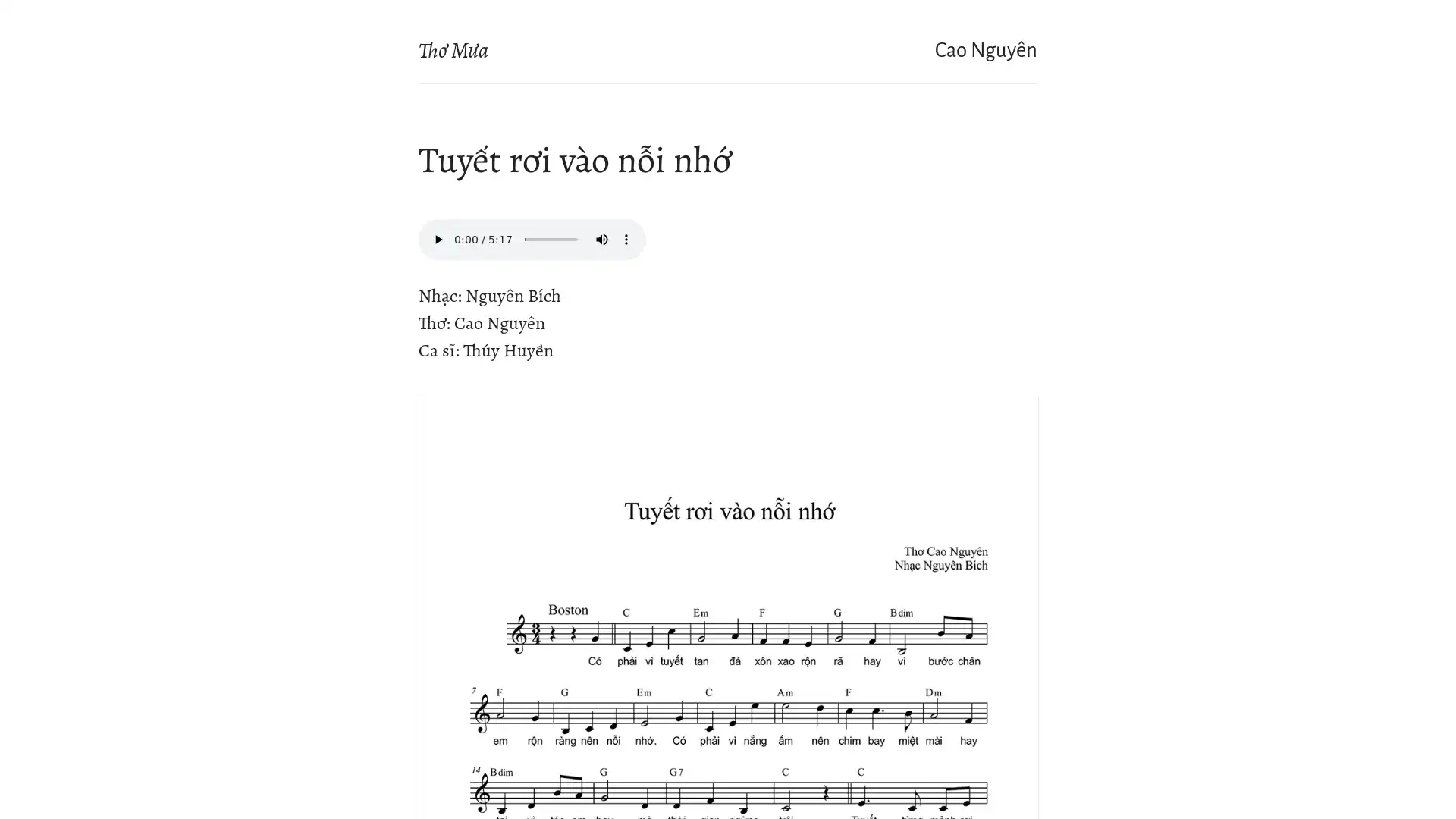  Describe the element at coordinates (437, 239) in the screenshot. I see `play` at that location.